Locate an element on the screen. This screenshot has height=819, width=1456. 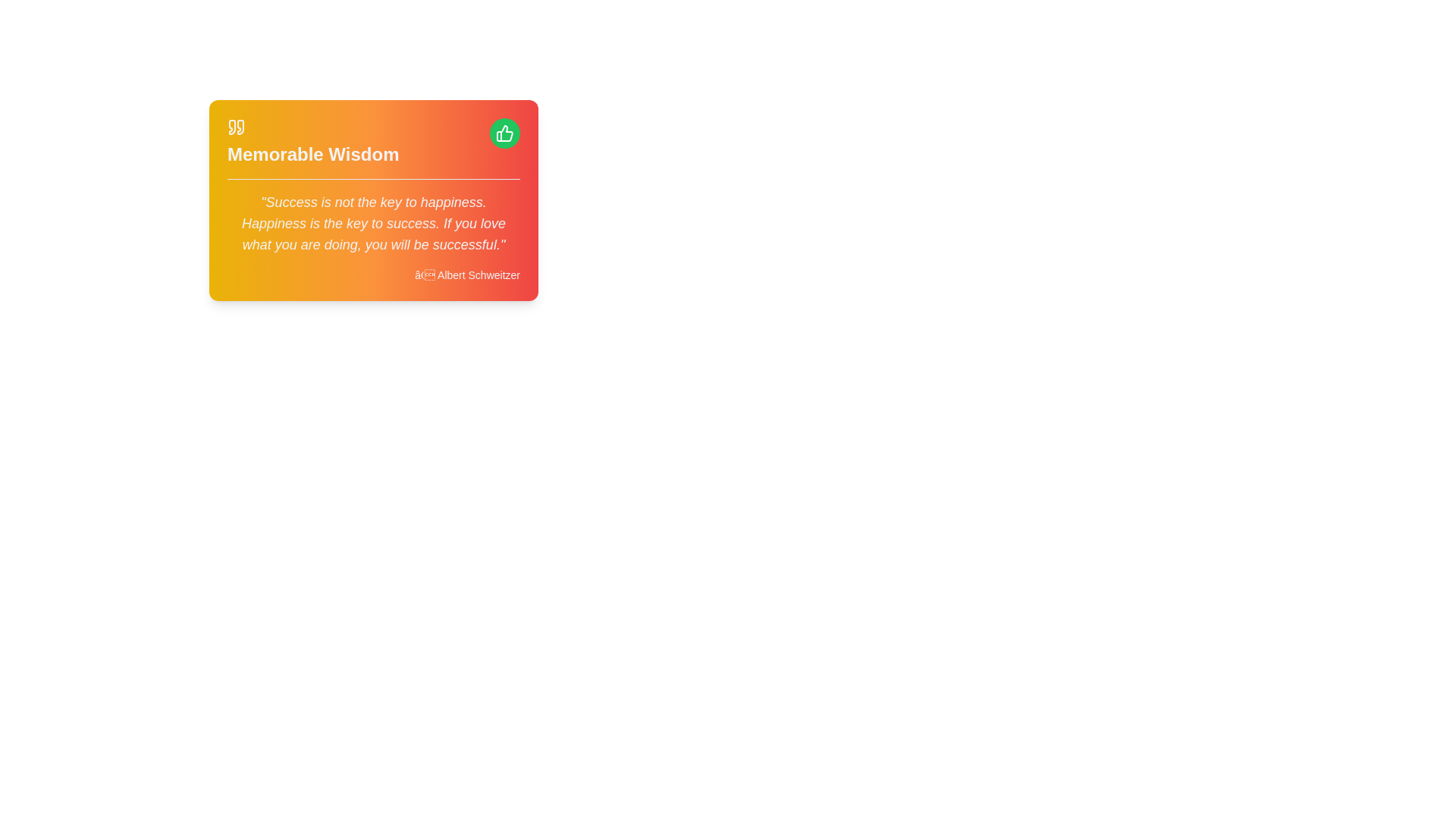
the circular green button with a white thumbs-up icon located in the top-right corner of the 'Memorable Wisdom' card to give a thumbs-up is located at coordinates (505, 133).